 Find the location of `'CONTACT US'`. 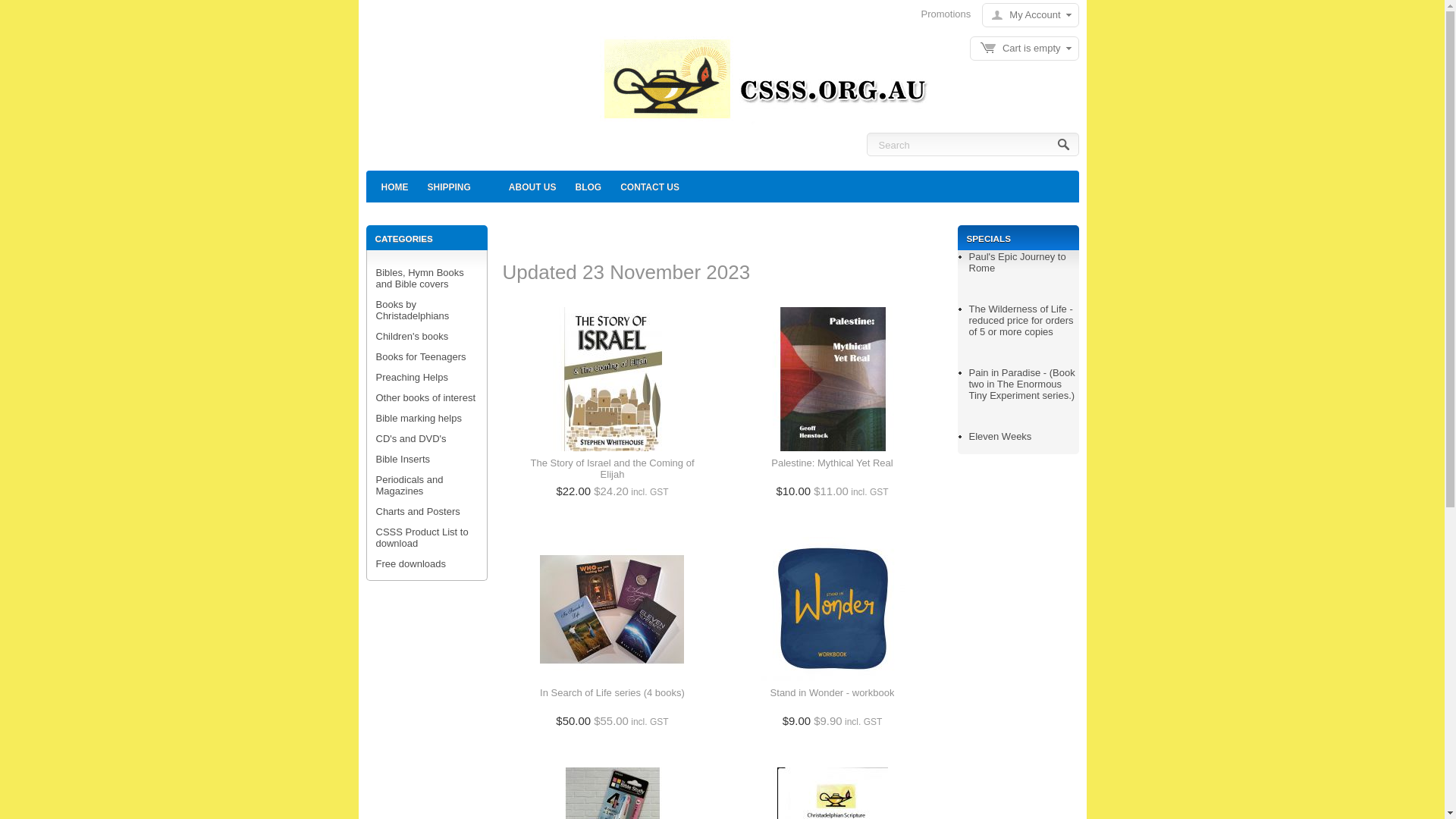

'CONTACT US' is located at coordinates (650, 186).